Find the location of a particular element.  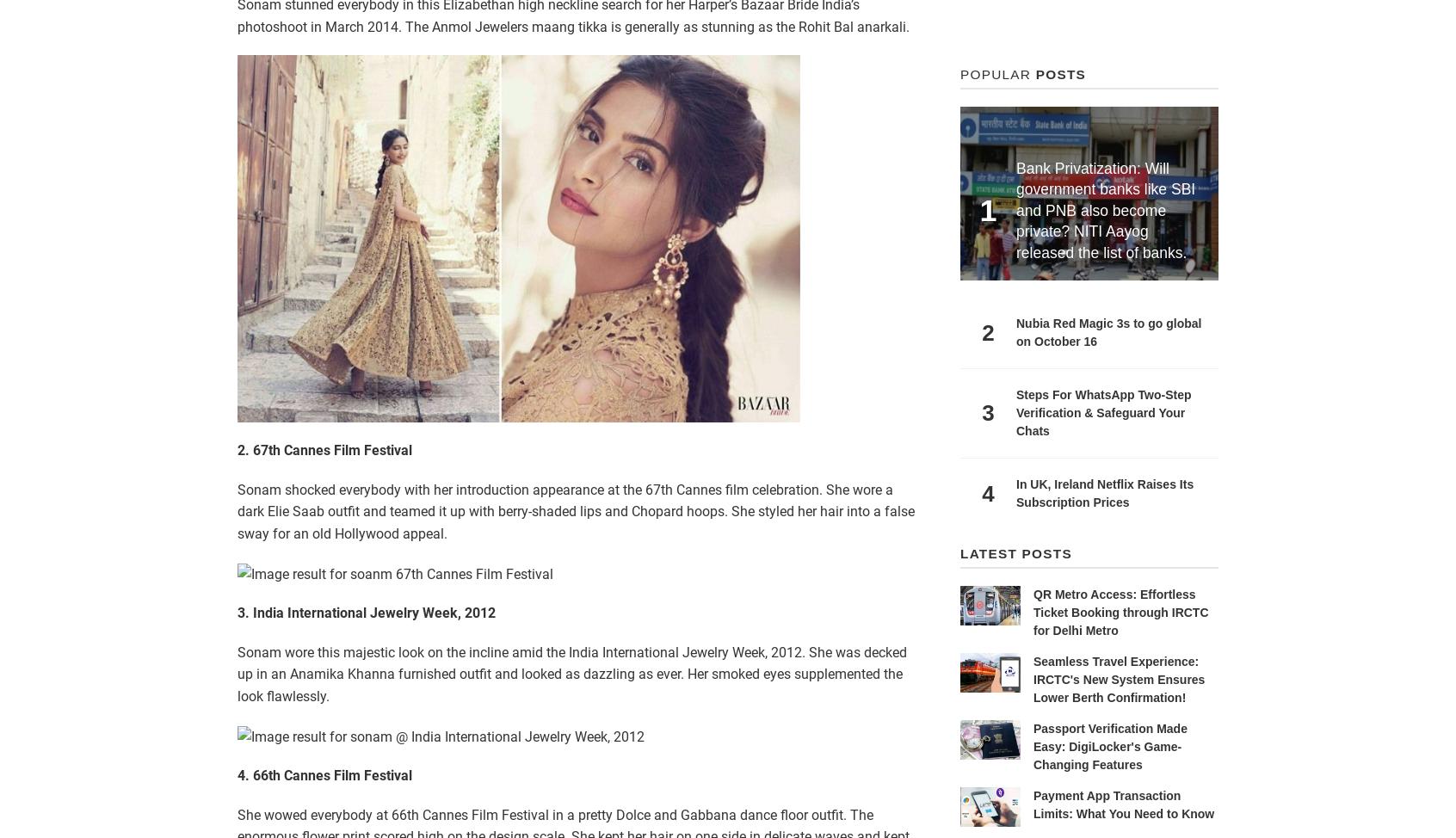

'2' is located at coordinates (980, 331).